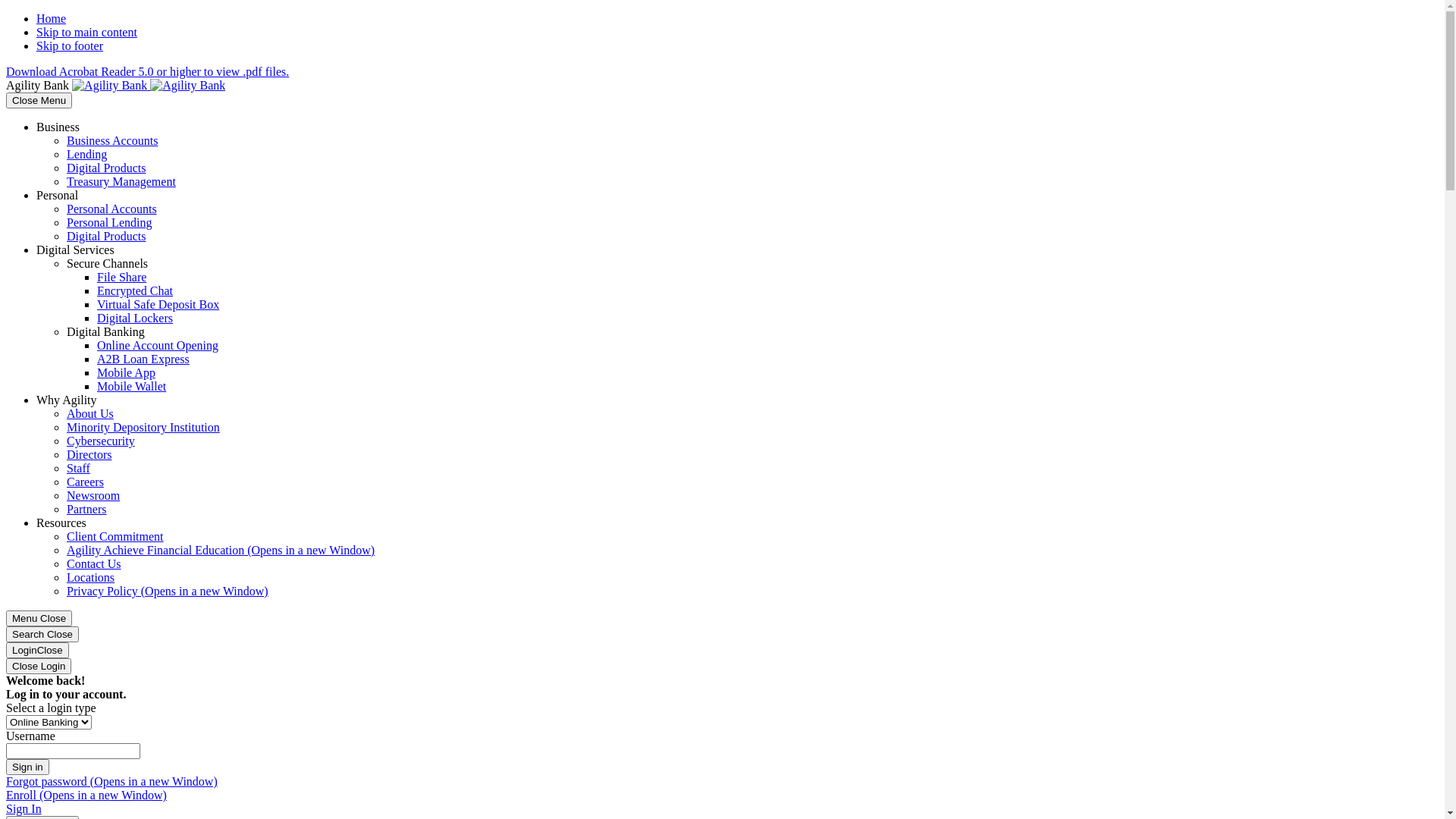 The height and width of the screenshot is (819, 1456). I want to click on 'Home', so click(51, 18).